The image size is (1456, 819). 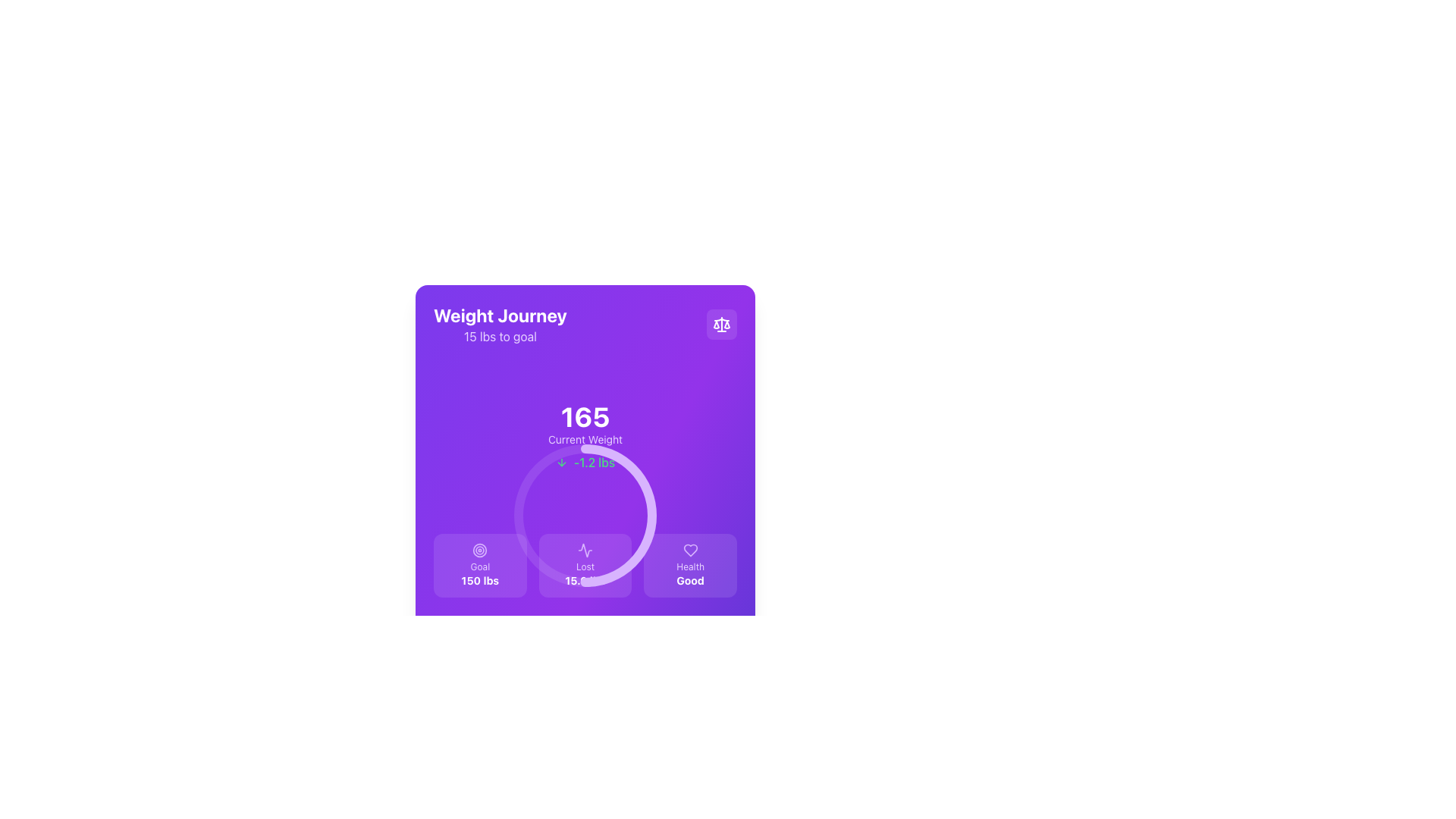 I want to click on the second graphical component of the icon located in the top-right region of the card-style layout, so click(x=726, y=324).